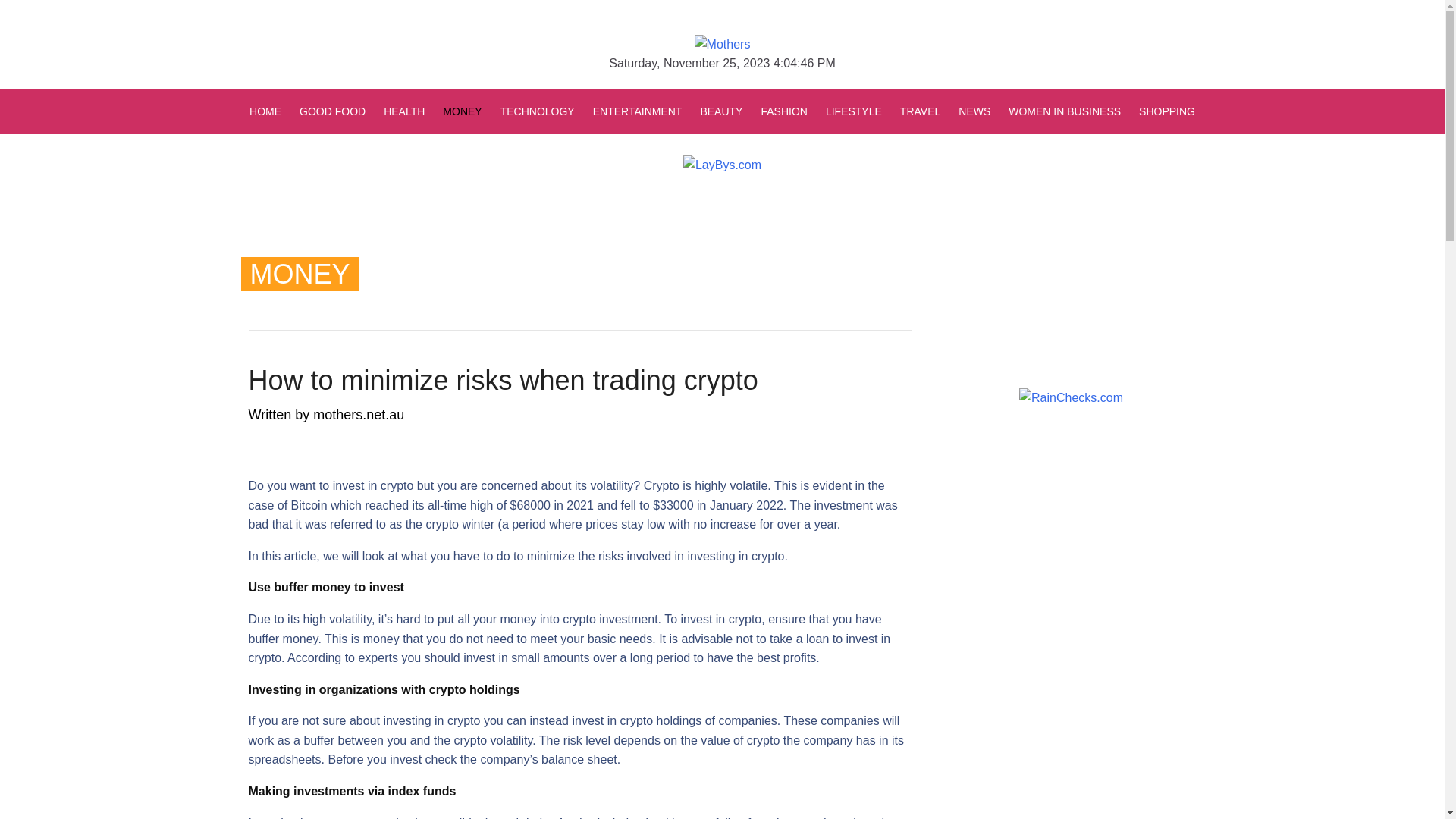  I want to click on 'NEWS', so click(949, 110).